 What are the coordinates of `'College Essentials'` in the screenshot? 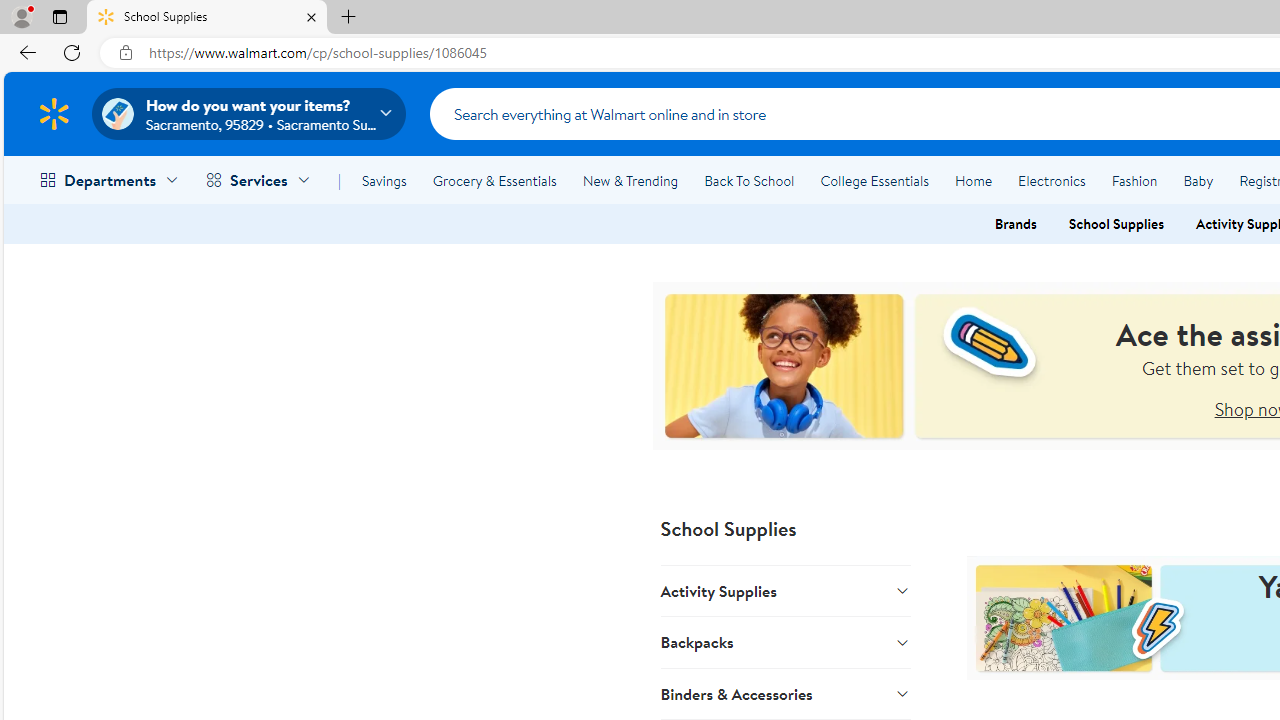 It's located at (874, 181).